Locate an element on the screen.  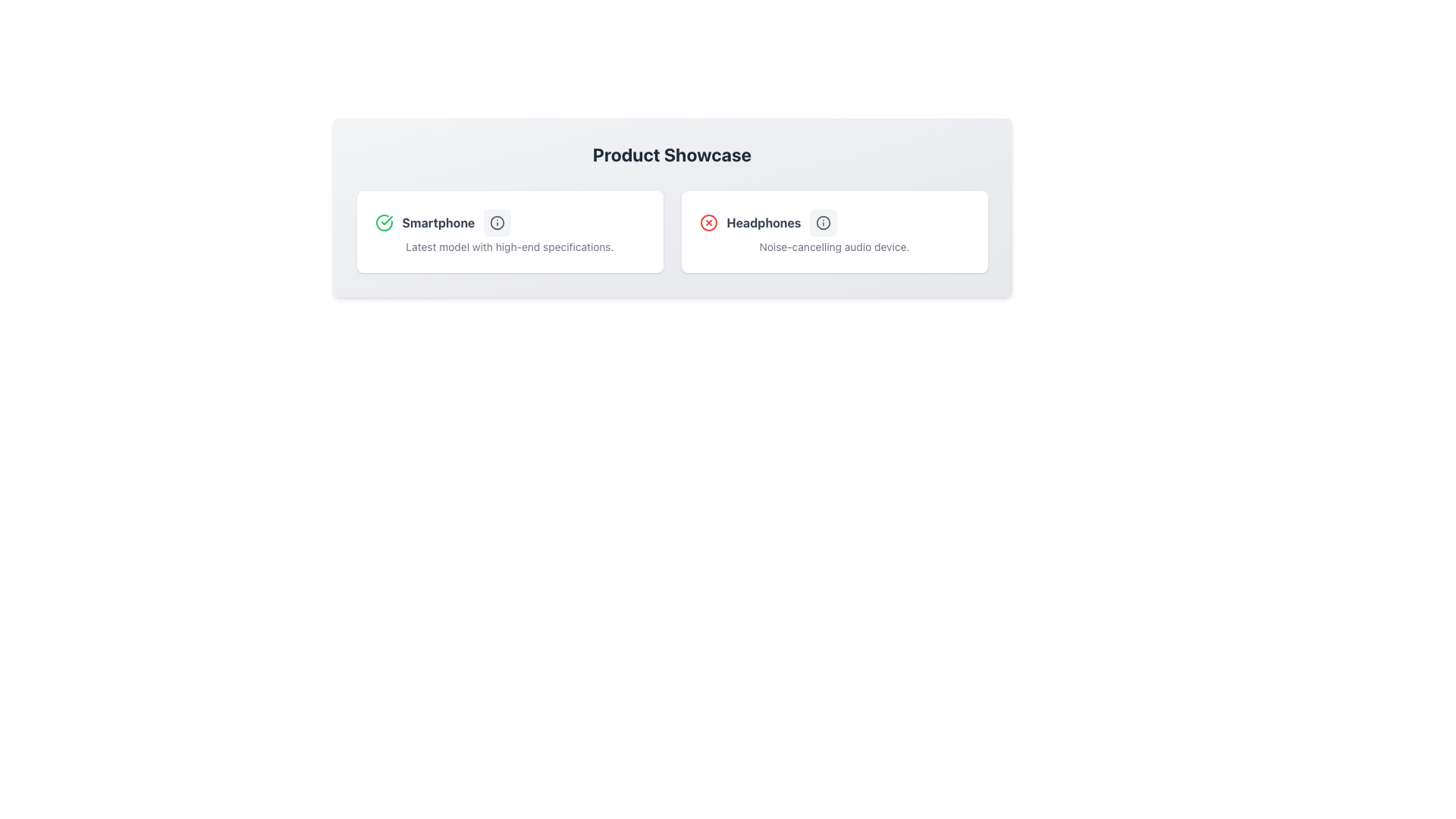
the circular information icon located to the right of the 'Headphones' title text in the right panel of the interface is located at coordinates (823, 222).